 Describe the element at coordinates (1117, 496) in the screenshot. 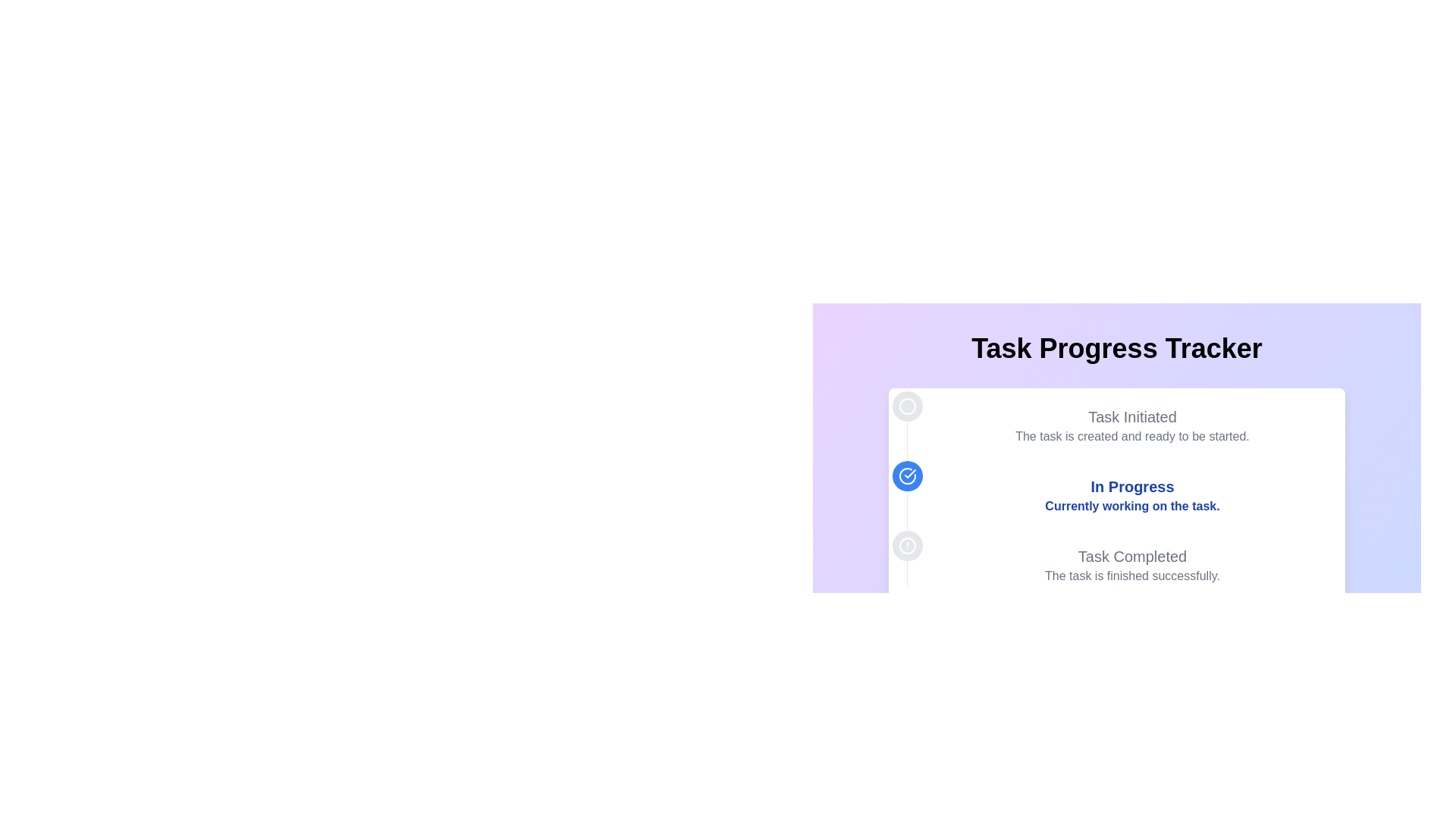

I see `status text indicating 'In Progress' within the second major block of the status sections in the rounded white card, positioned between 'Task Initiated' and 'Task Completed'` at that location.